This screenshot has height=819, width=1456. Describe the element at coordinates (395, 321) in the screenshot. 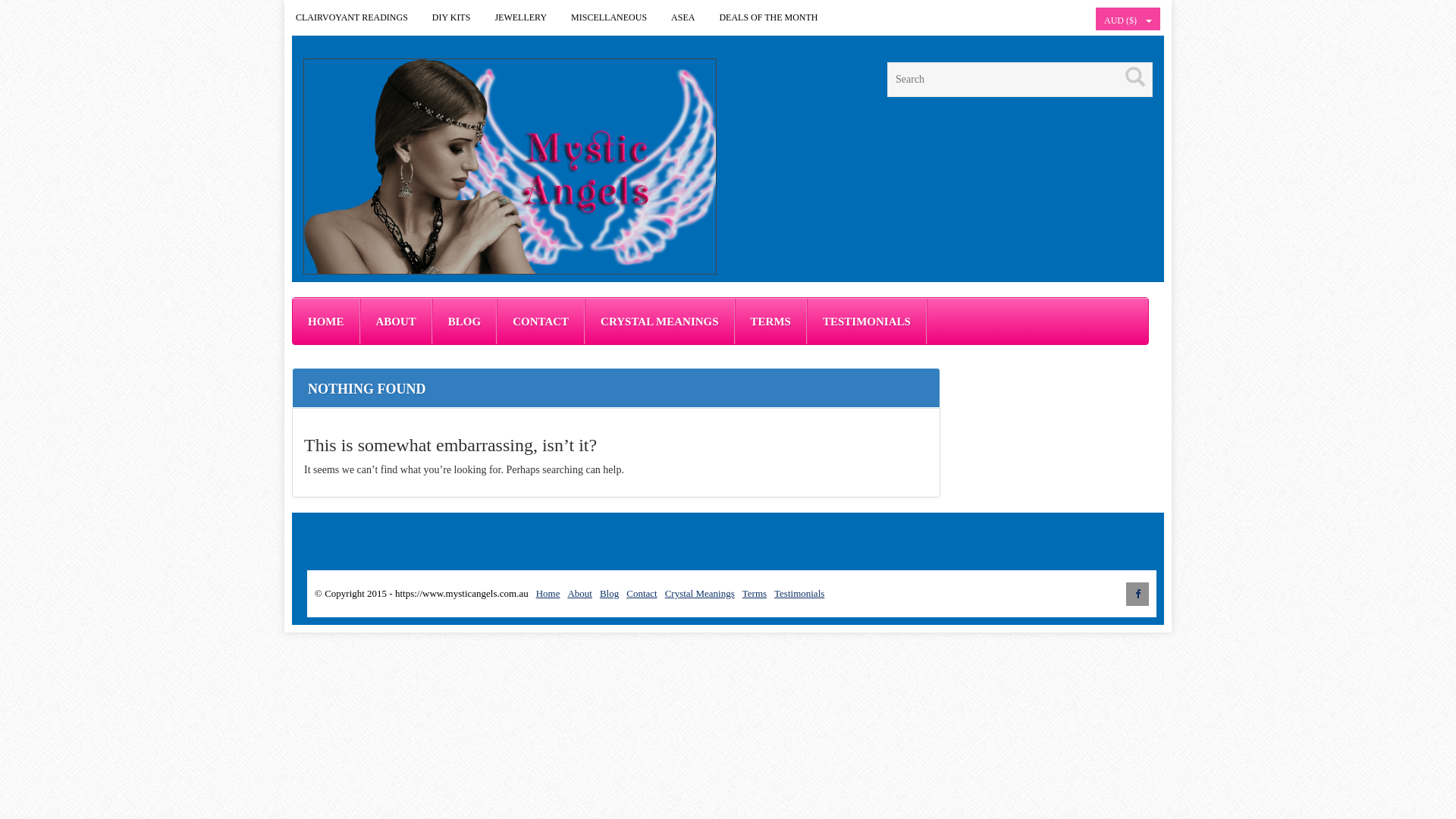

I see `'ABOUT'` at that location.